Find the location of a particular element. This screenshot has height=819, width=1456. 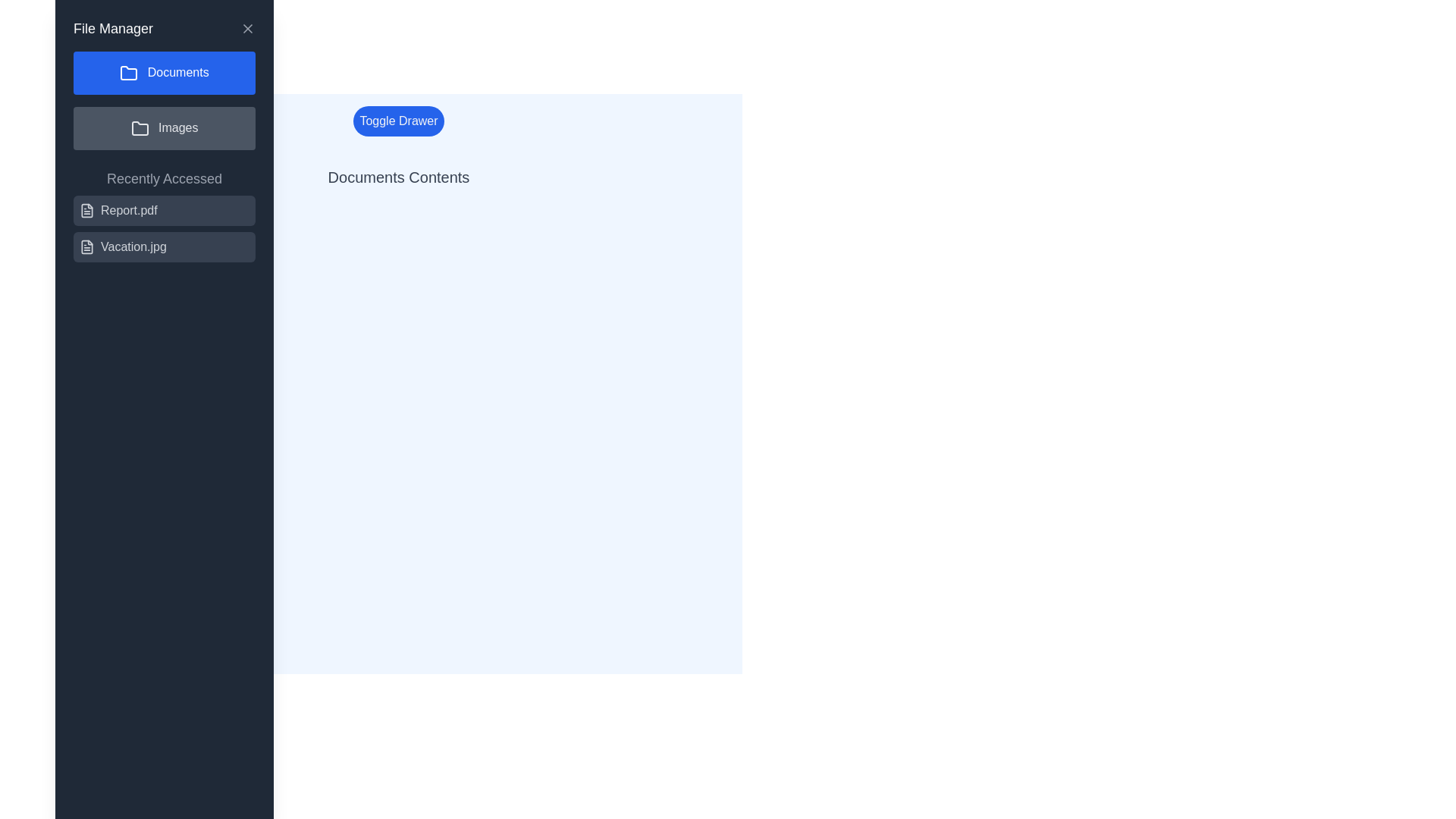

the rounded rectangular button labeled 'Toggle Drawer' with a blue background and white text is located at coordinates (399, 120).